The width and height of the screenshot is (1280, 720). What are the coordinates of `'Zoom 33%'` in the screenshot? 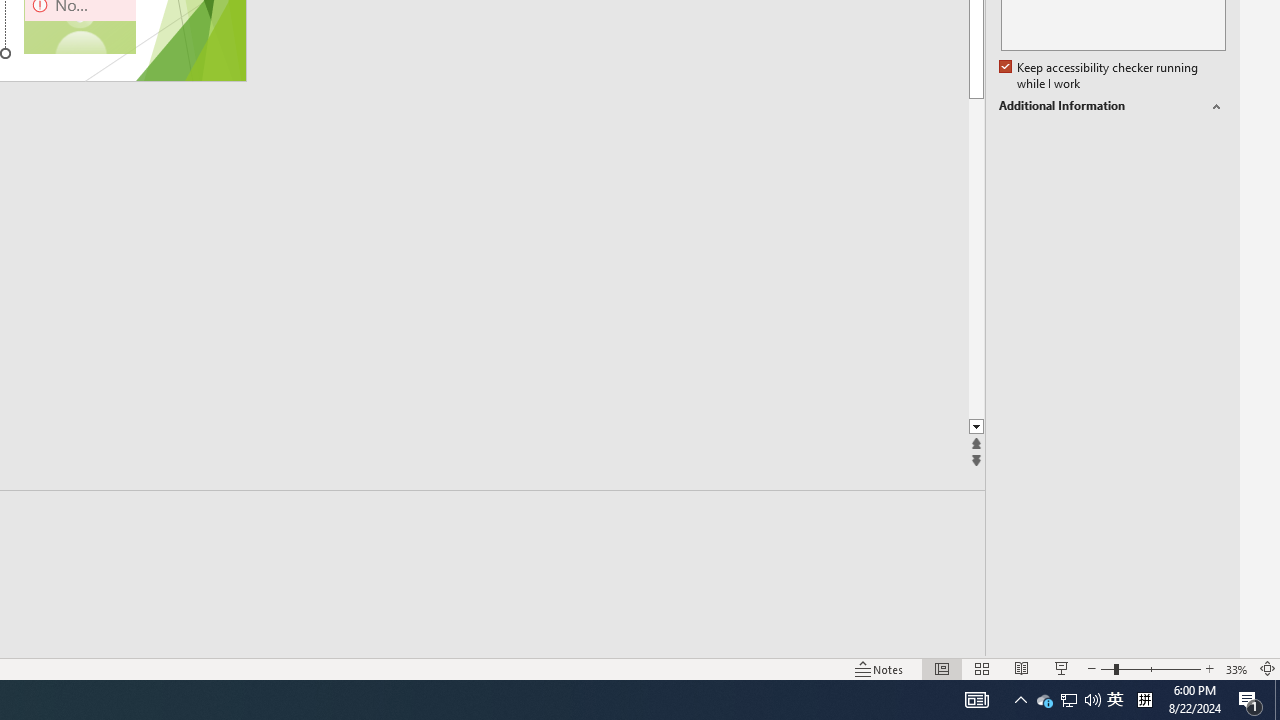 It's located at (1236, 669).